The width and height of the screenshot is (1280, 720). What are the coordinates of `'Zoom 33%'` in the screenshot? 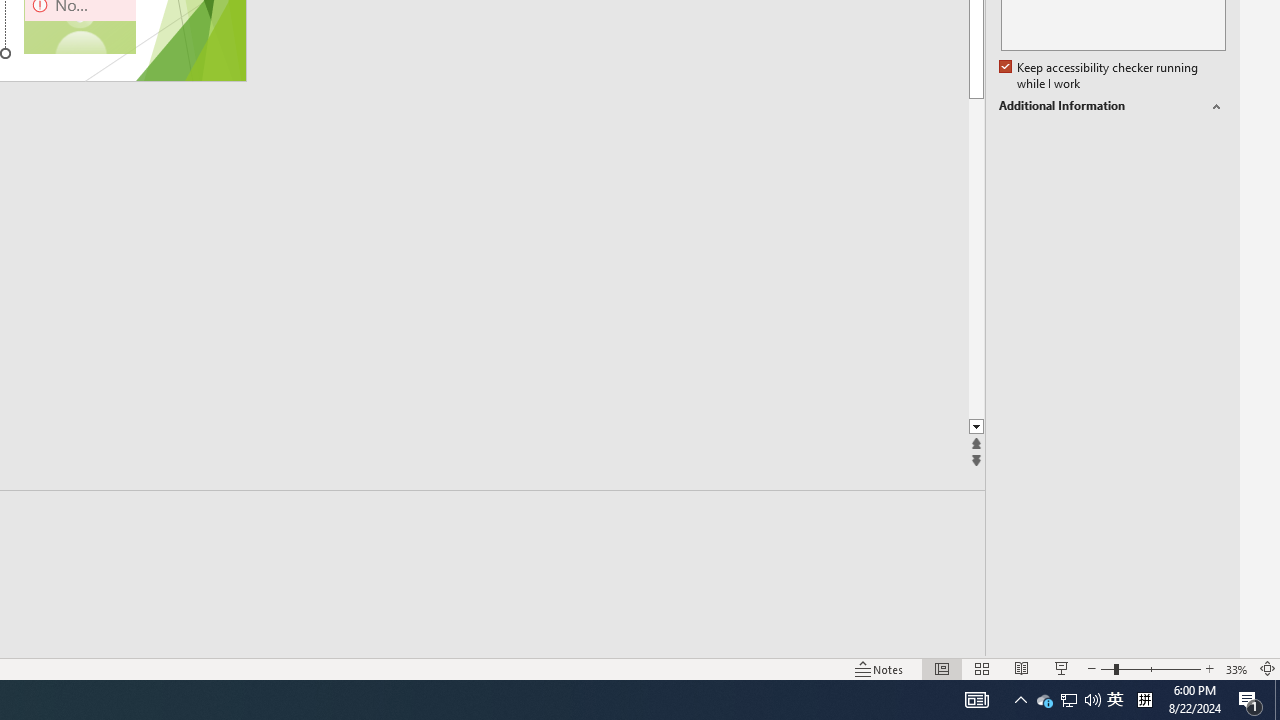 It's located at (1236, 669).